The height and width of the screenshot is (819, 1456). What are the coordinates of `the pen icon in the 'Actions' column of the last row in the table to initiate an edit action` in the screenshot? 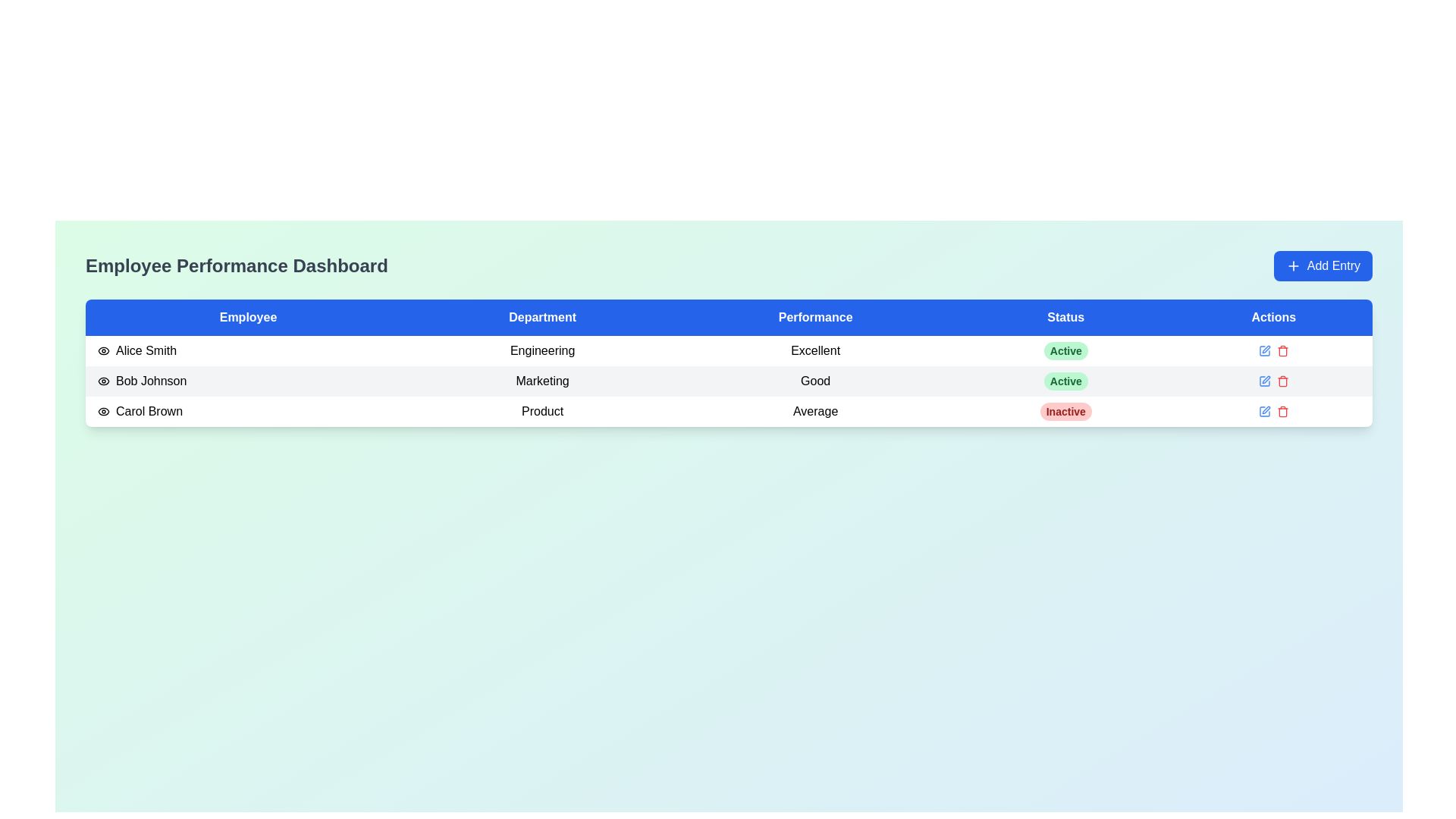 It's located at (1264, 350).